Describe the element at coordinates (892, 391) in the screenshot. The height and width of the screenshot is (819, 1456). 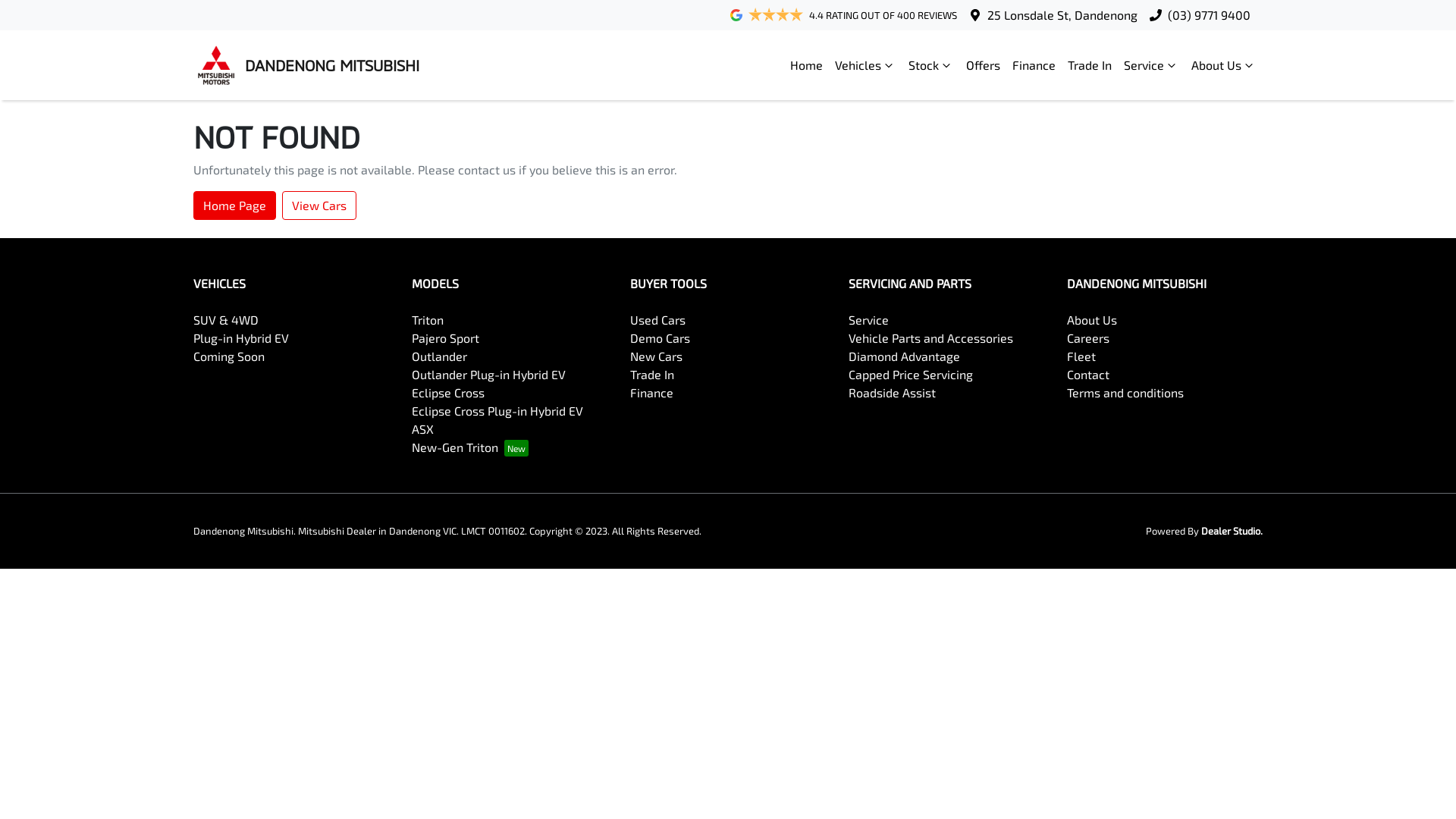
I see `'Roadside Assist'` at that location.